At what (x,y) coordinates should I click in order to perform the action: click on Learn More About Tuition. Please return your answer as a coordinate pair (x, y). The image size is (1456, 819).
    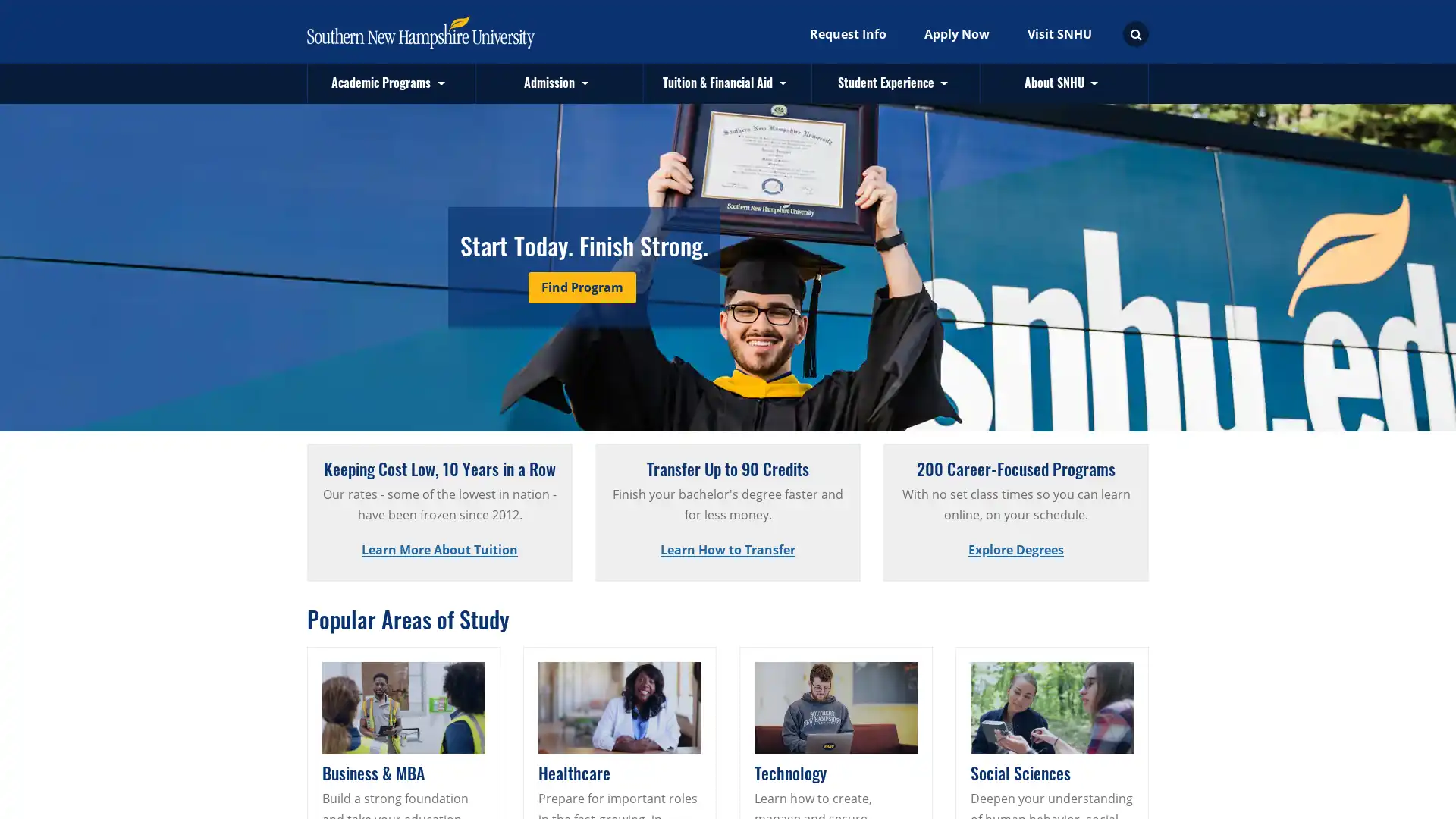
    Looking at the image, I should click on (439, 550).